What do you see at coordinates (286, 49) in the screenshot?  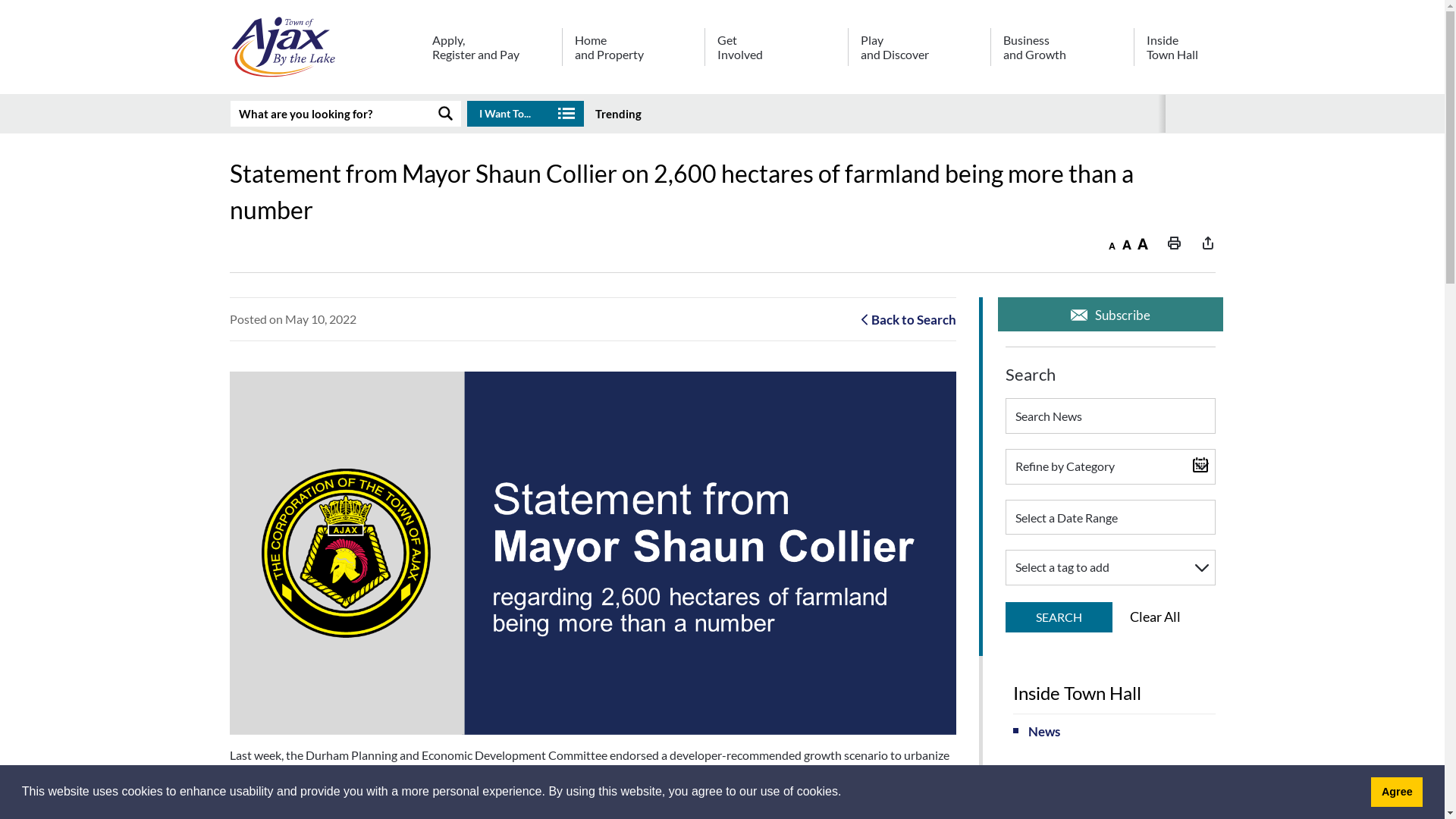 I see `'View our Homepage'` at bounding box center [286, 49].